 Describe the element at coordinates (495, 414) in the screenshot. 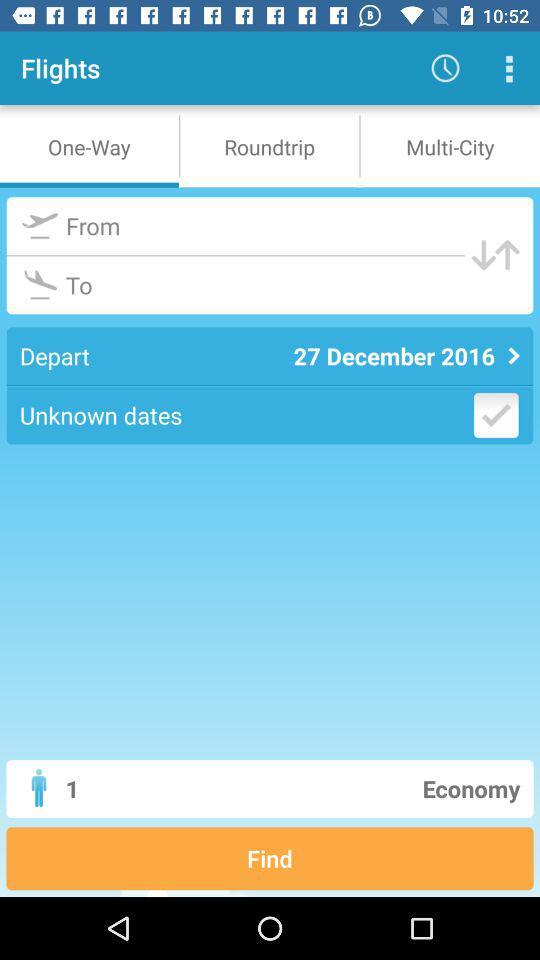

I see `unkown dates` at that location.